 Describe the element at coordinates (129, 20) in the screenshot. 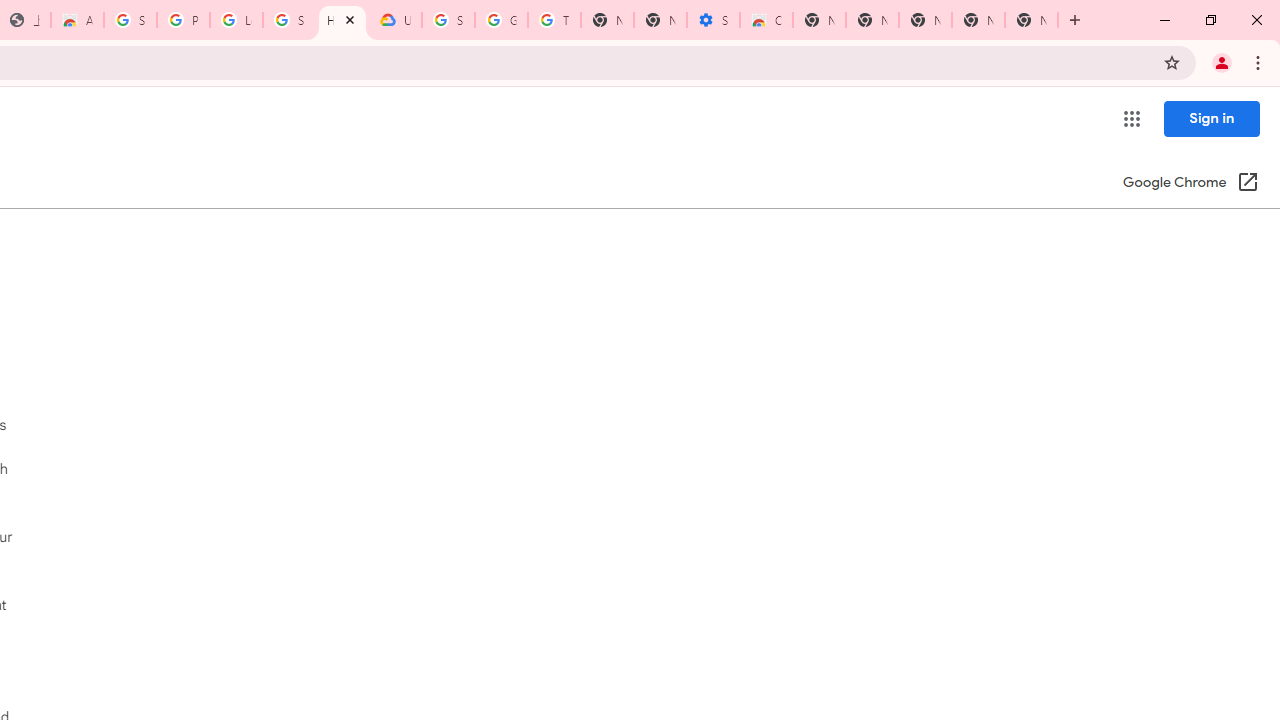

I see `'Sign in - Google Accounts'` at that location.